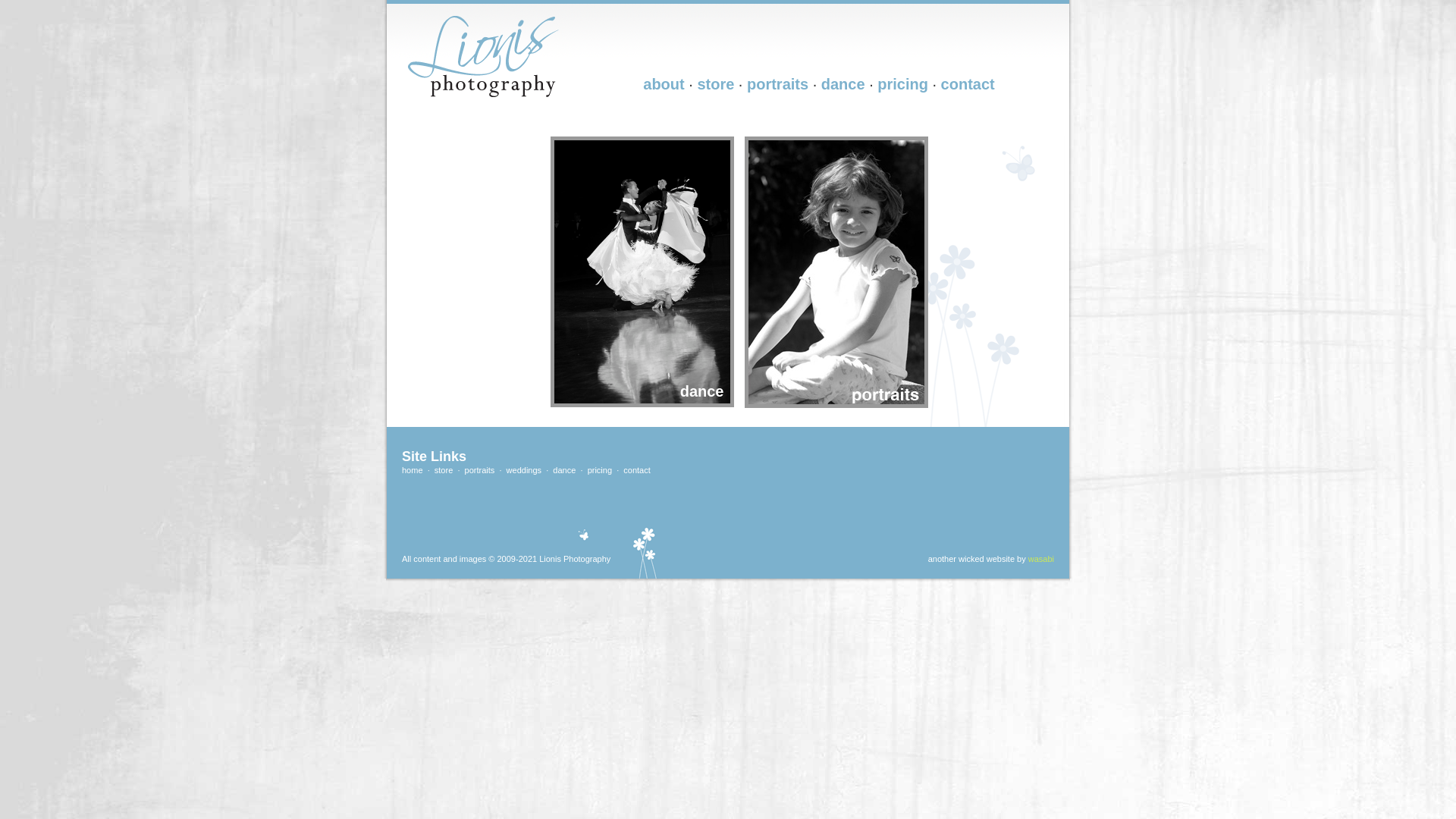 The height and width of the screenshot is (819, 1456). I want to click on 'dance', so click(563, 469).